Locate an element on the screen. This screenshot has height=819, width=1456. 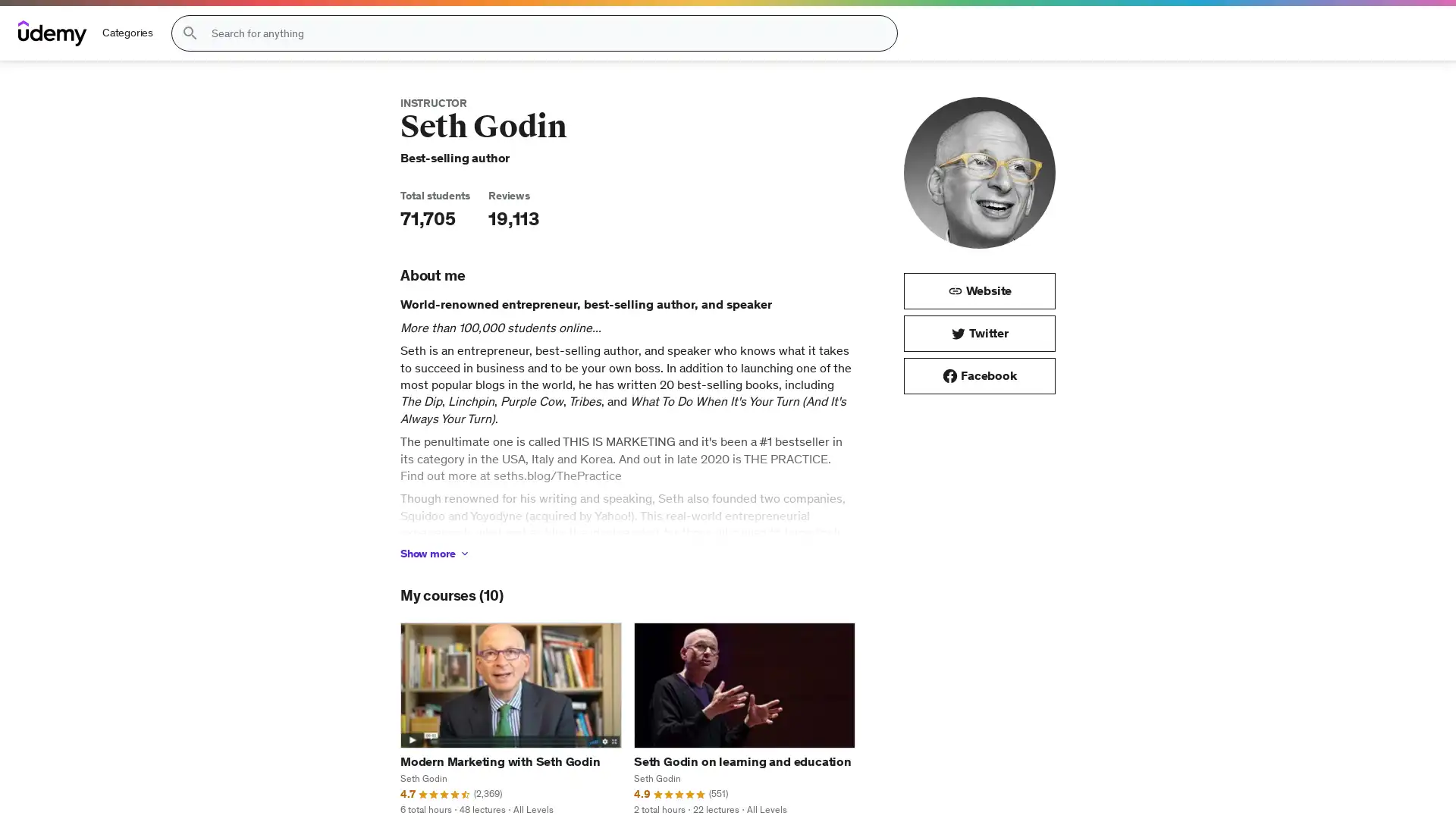
Submit search is located at coordinates (189, 33).